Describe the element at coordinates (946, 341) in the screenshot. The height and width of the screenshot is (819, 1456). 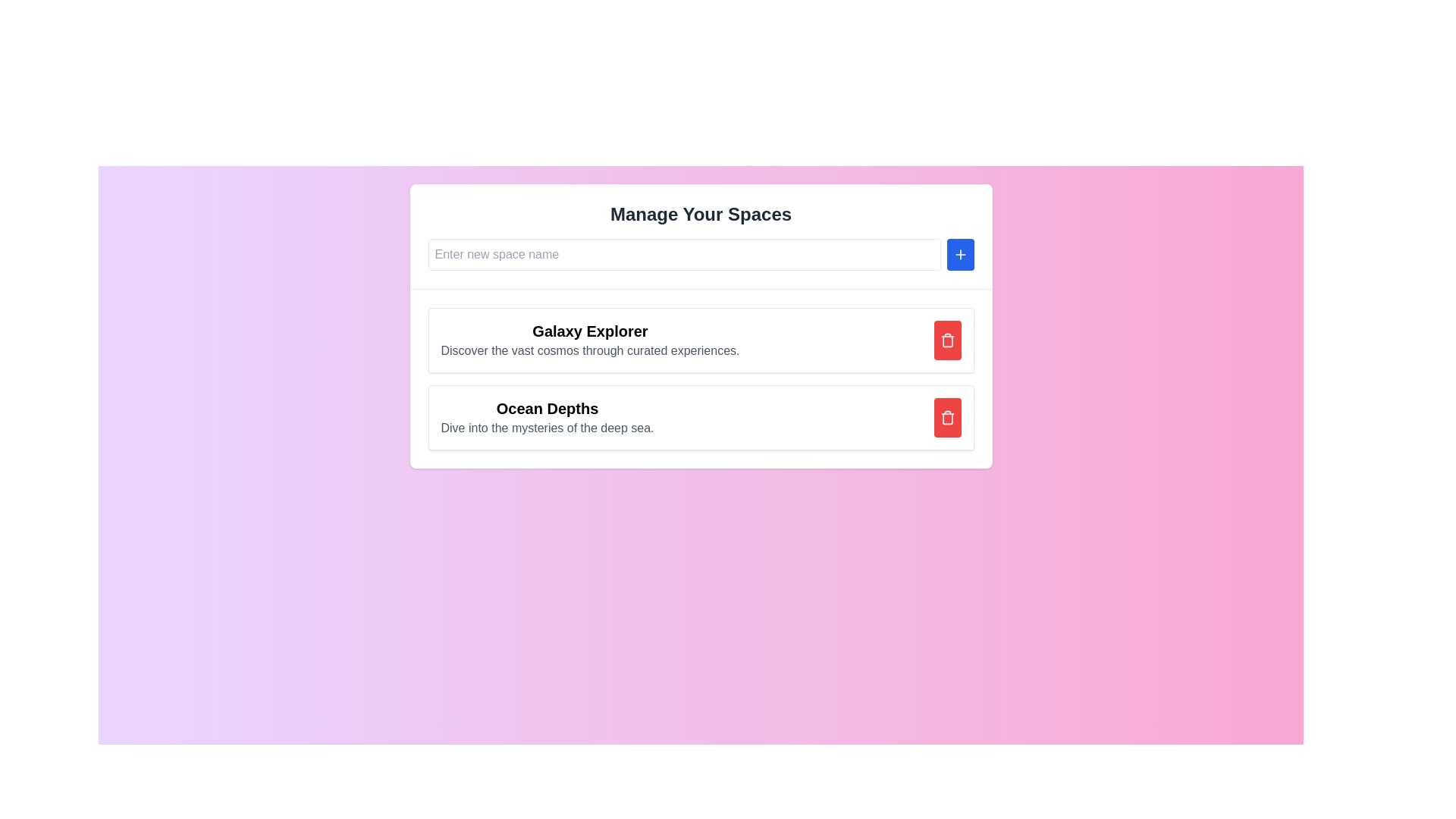
I see `the middle part of the SVG trash icon, which is visually part of the deletion button, located within the red button to the right of the list item` at that location.